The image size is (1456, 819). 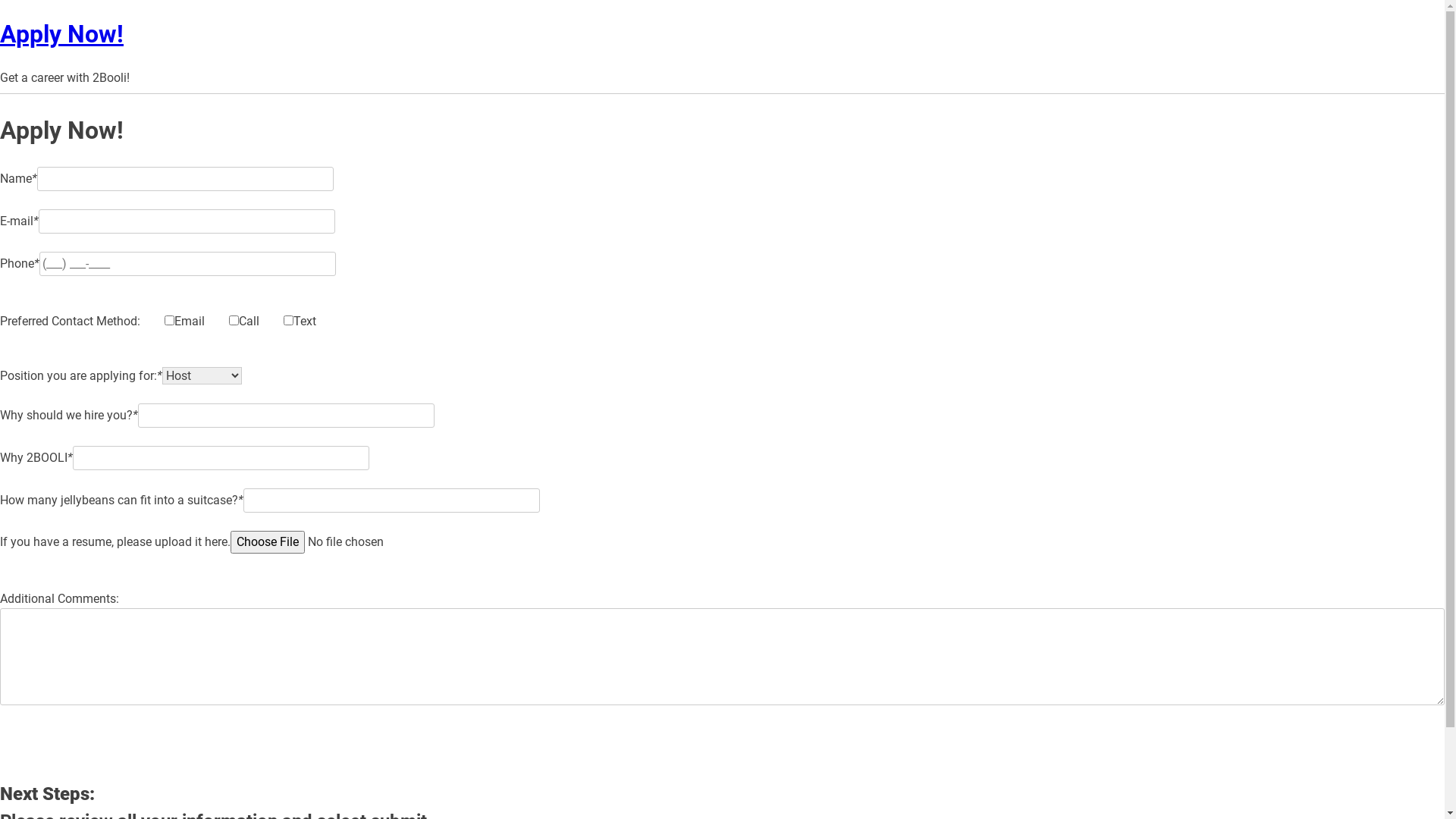 I want to click on 'Apply Now!', so click(x=0, y=34).